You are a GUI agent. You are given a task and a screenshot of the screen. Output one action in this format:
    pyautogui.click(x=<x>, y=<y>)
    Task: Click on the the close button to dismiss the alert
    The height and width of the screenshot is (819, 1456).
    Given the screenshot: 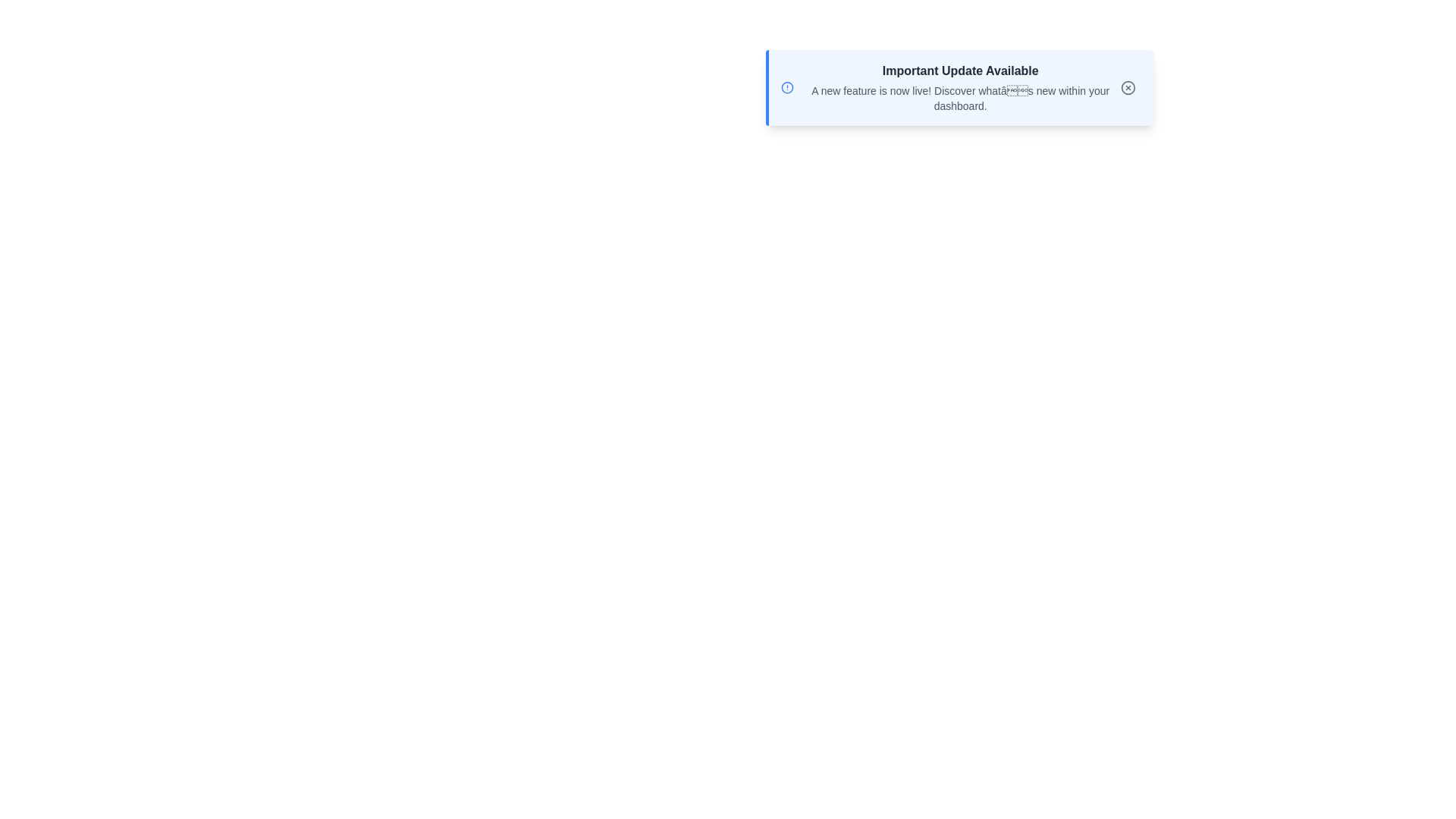 What is the action you would take?
    pyautogui.click(x=1128, y=87)
    